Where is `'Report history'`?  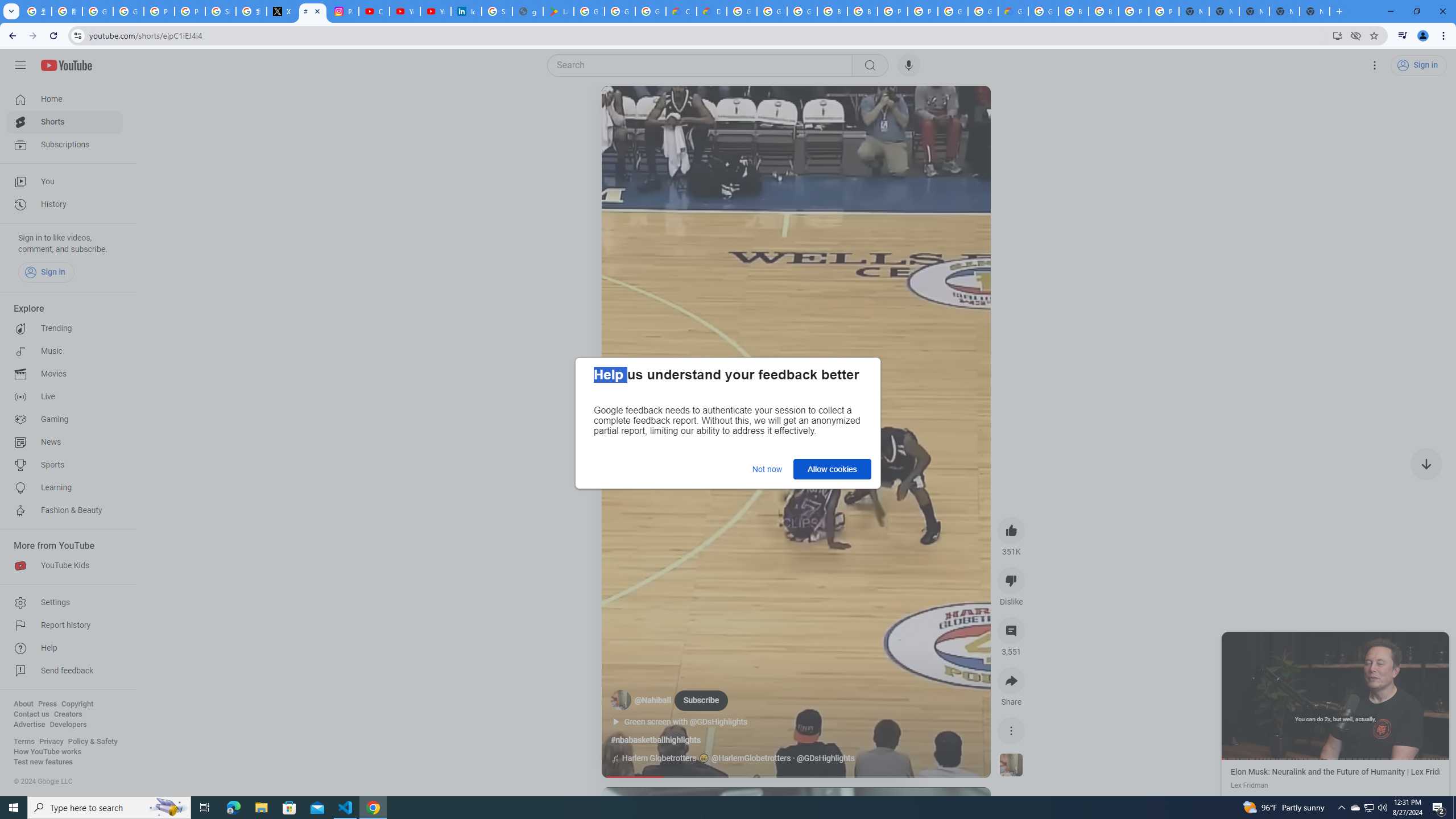 'Report history' is located at coordinates (64, 625).